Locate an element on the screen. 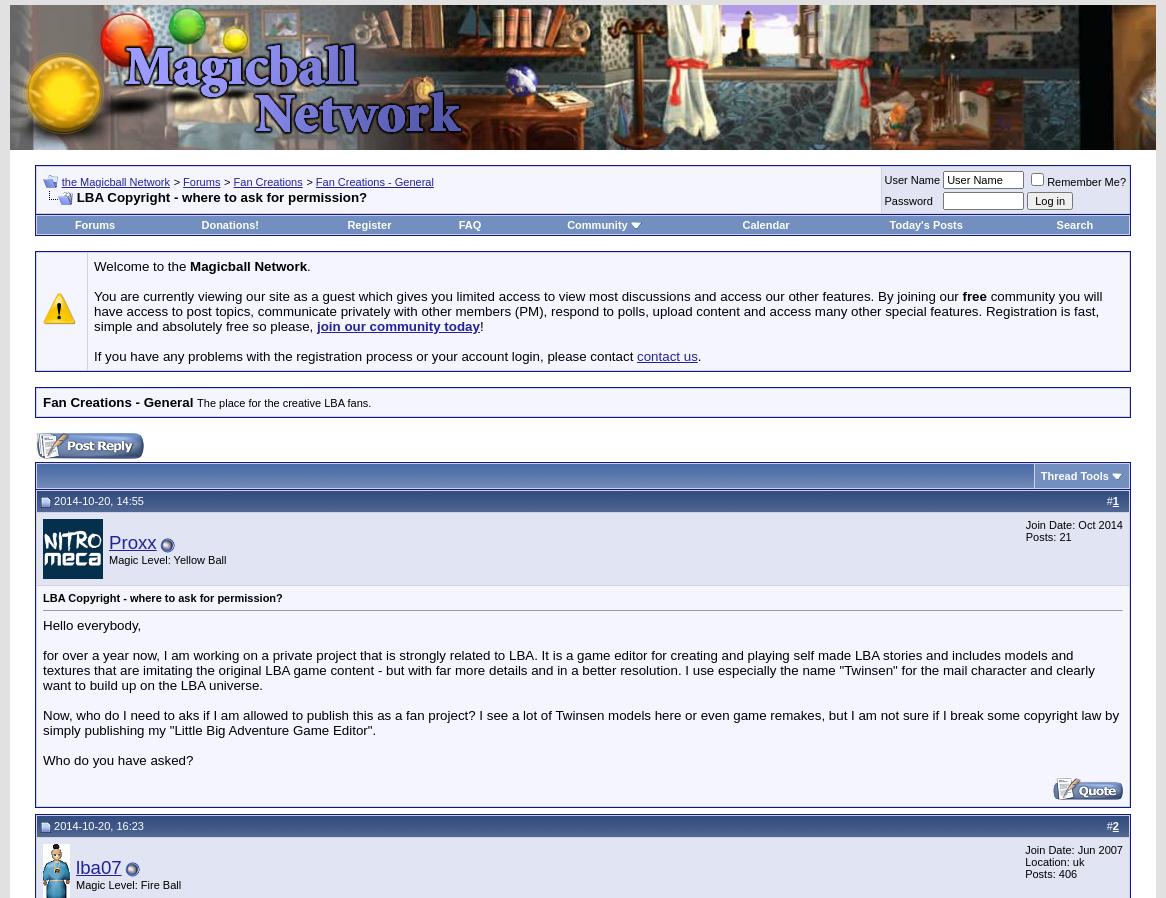 Image resolution: width=1166 pixels, height=898 pixels. 'If you have any problems with the registration process or your account login, please contact' is located at coordinates (92, 356).